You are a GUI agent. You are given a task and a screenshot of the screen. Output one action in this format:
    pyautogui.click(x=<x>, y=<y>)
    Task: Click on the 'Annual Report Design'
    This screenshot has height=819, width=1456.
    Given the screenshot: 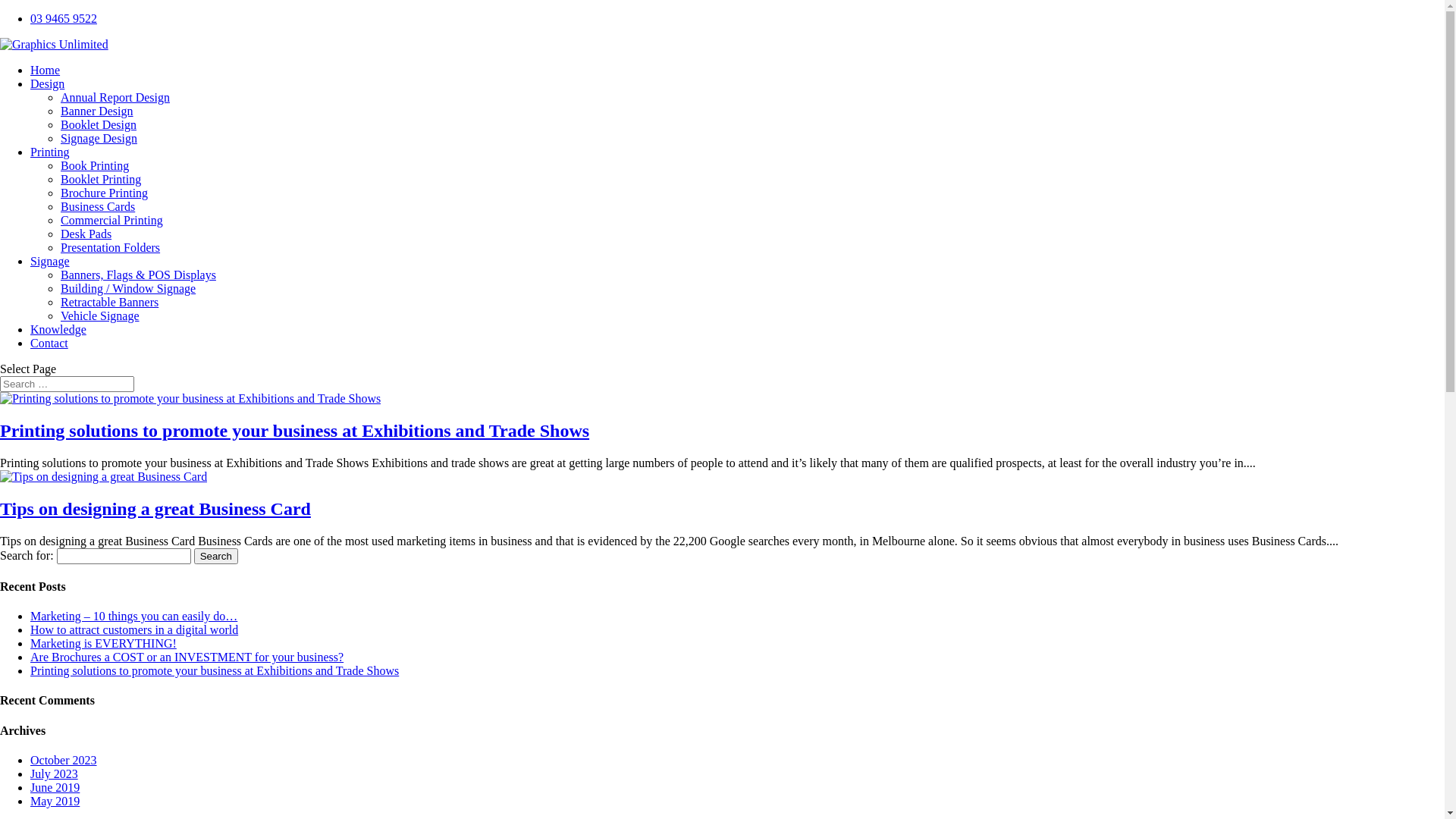 What is the action you would take?
    pyautogui.click(x=115, y=97)
    